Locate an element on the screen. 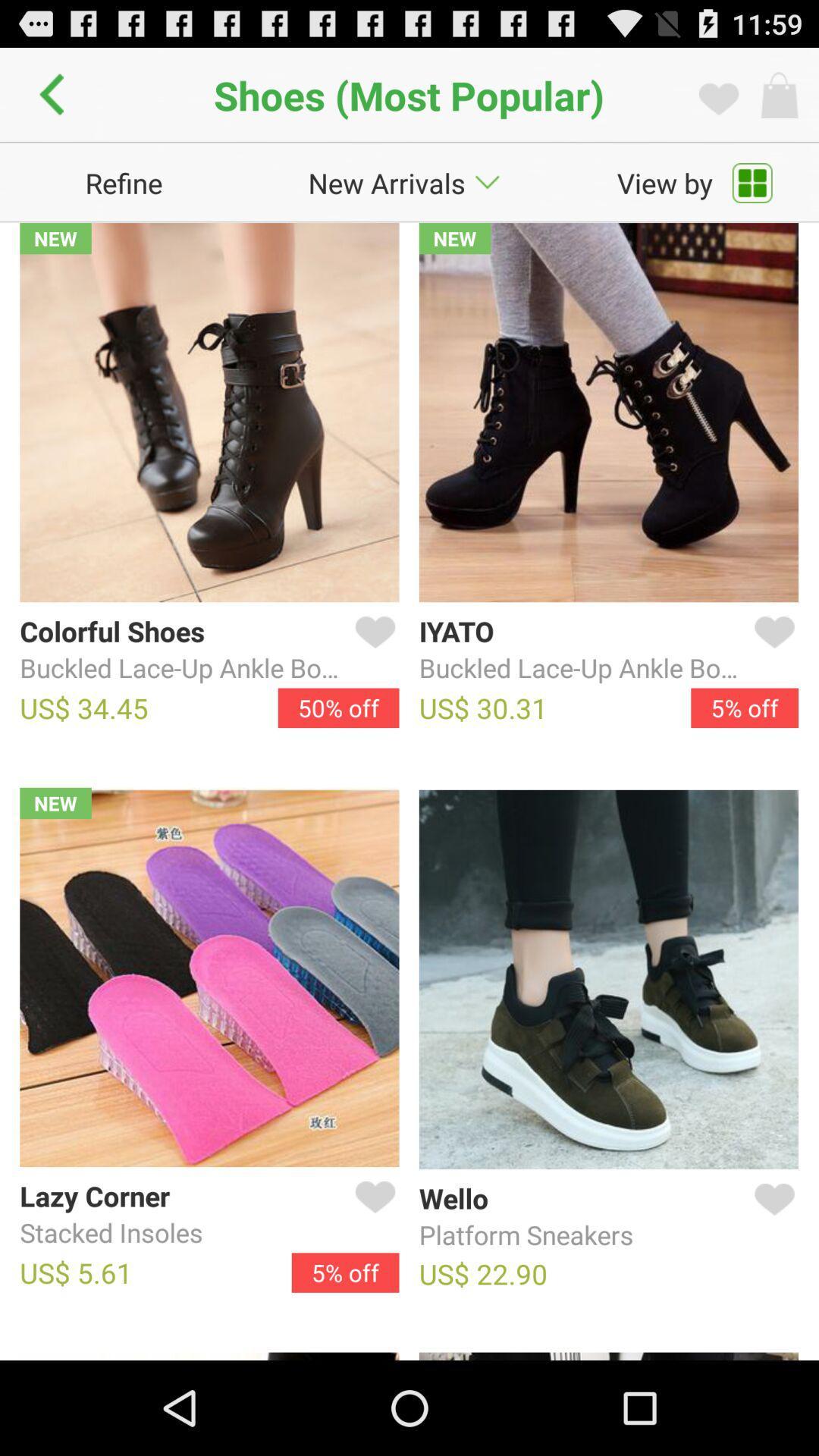  like element is located at coordinates (771, 1217).